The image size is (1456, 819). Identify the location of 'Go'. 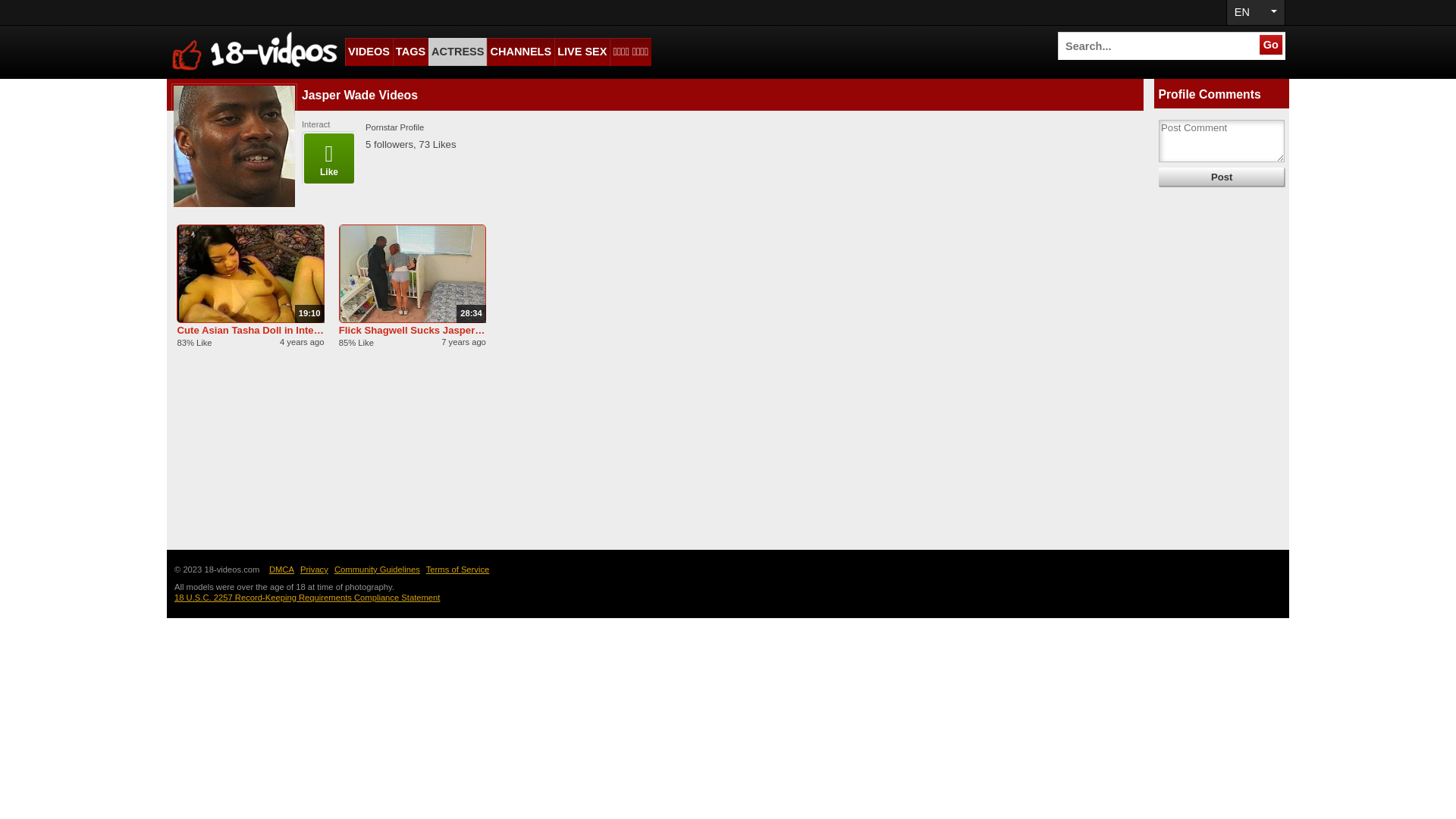
(1270, 43).